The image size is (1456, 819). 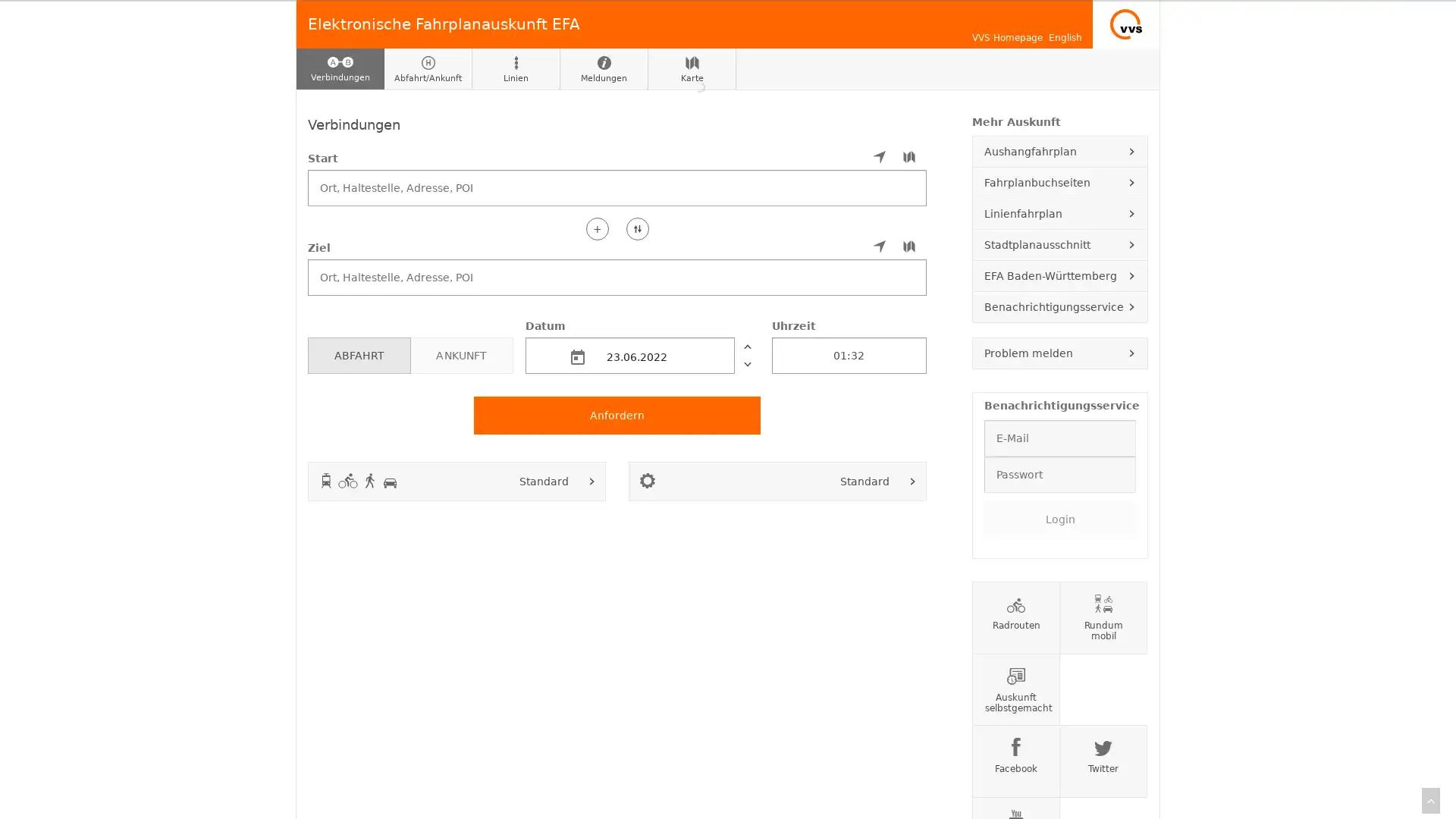 What do you see at coordinates (629, 354) in the screenshot?
I see `23.06.2022` at bounding box center [629, 354].